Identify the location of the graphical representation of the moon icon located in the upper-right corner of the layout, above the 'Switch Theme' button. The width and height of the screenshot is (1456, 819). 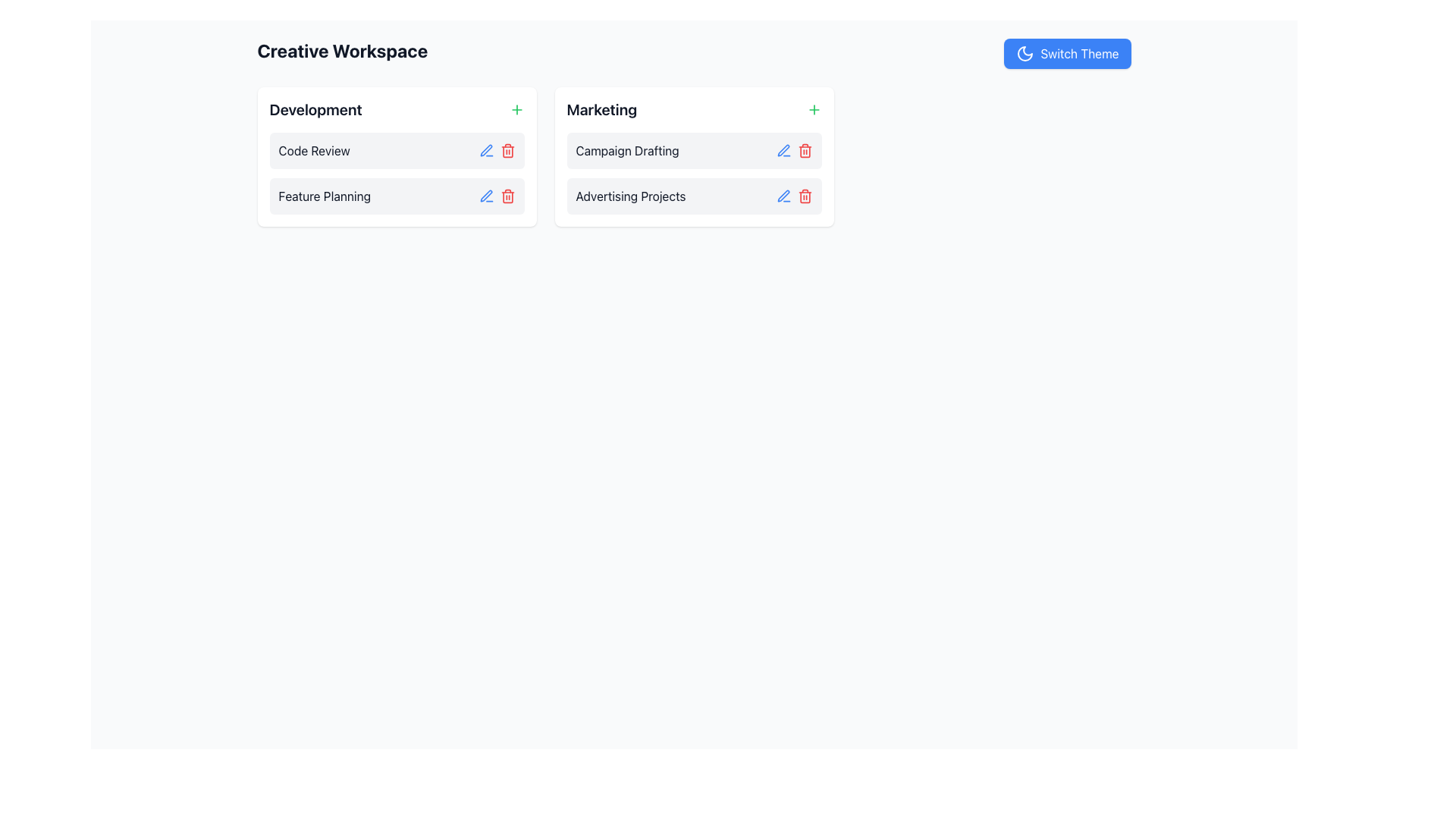
(1025, 52).